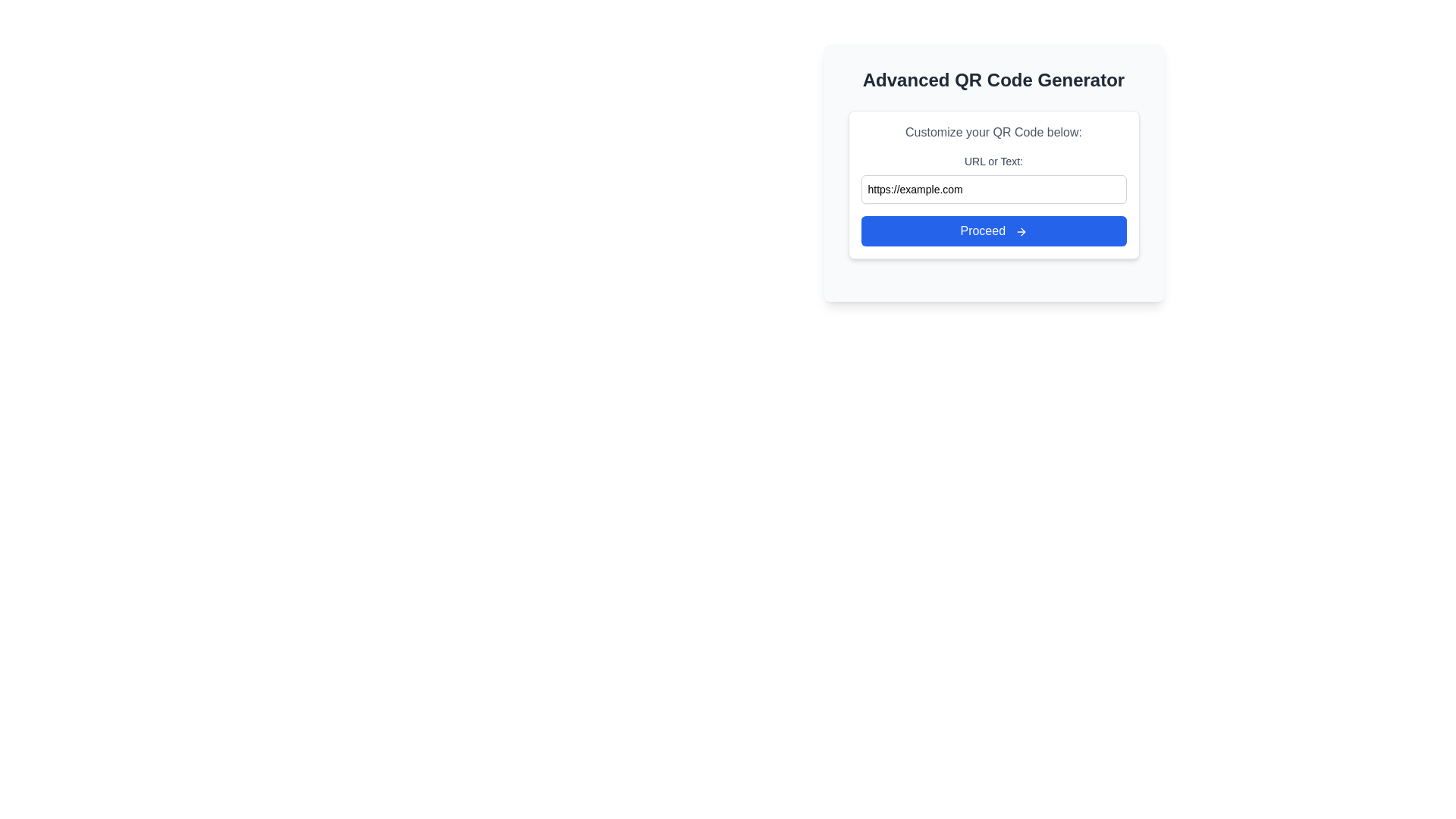 The width and height of the screenshot is (1456, 819). What do you see at coordinates (993, 131) in the screenshot?
I see `the non-interactive Text label that guides users to customize their QR code, positioned at the top of a white card above the input field labeled 'URL or Text'` at bounding box center [993, 131].